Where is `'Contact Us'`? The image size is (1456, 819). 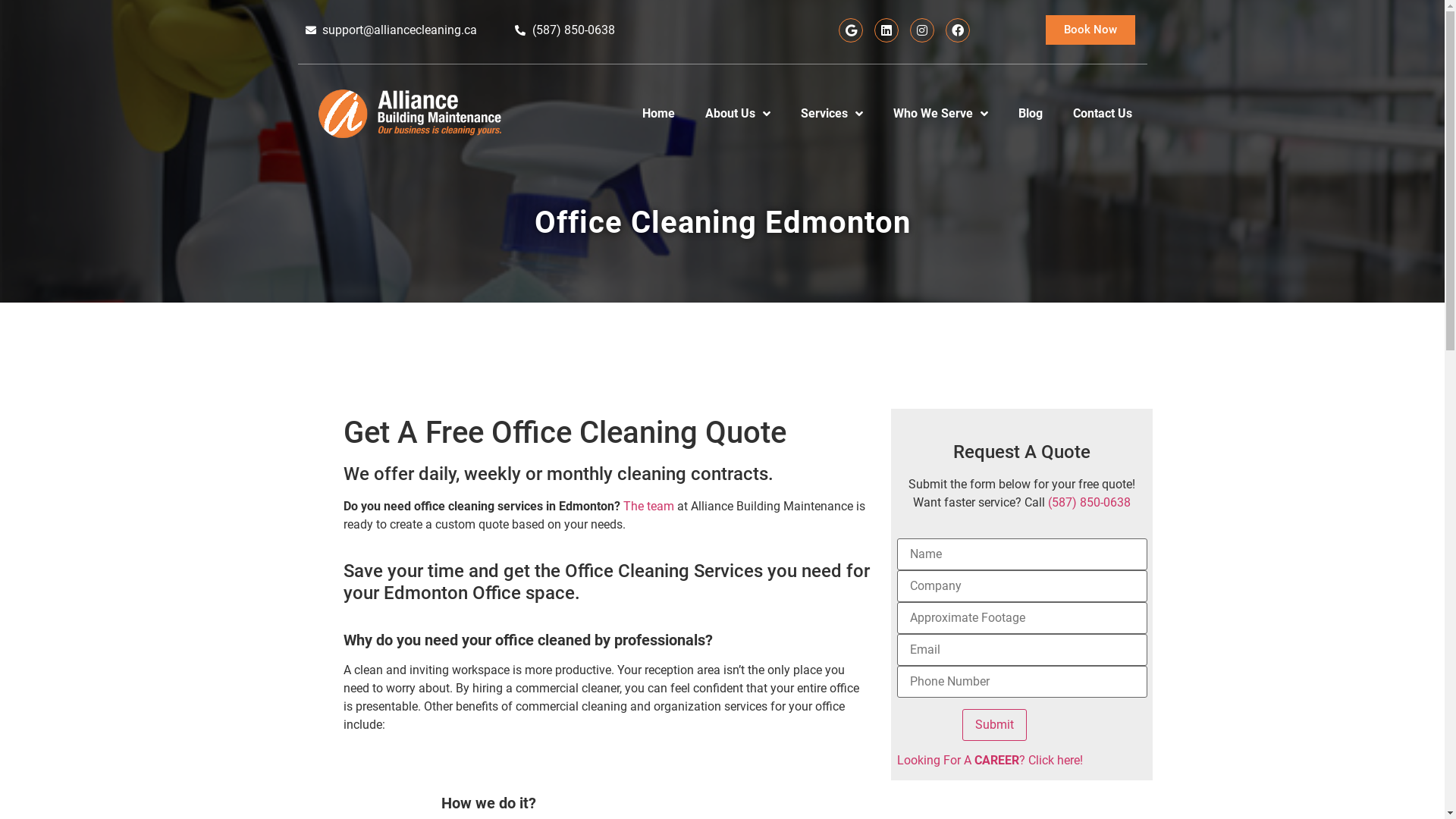 'Contact Us' is located at coordinates (1102, 113).